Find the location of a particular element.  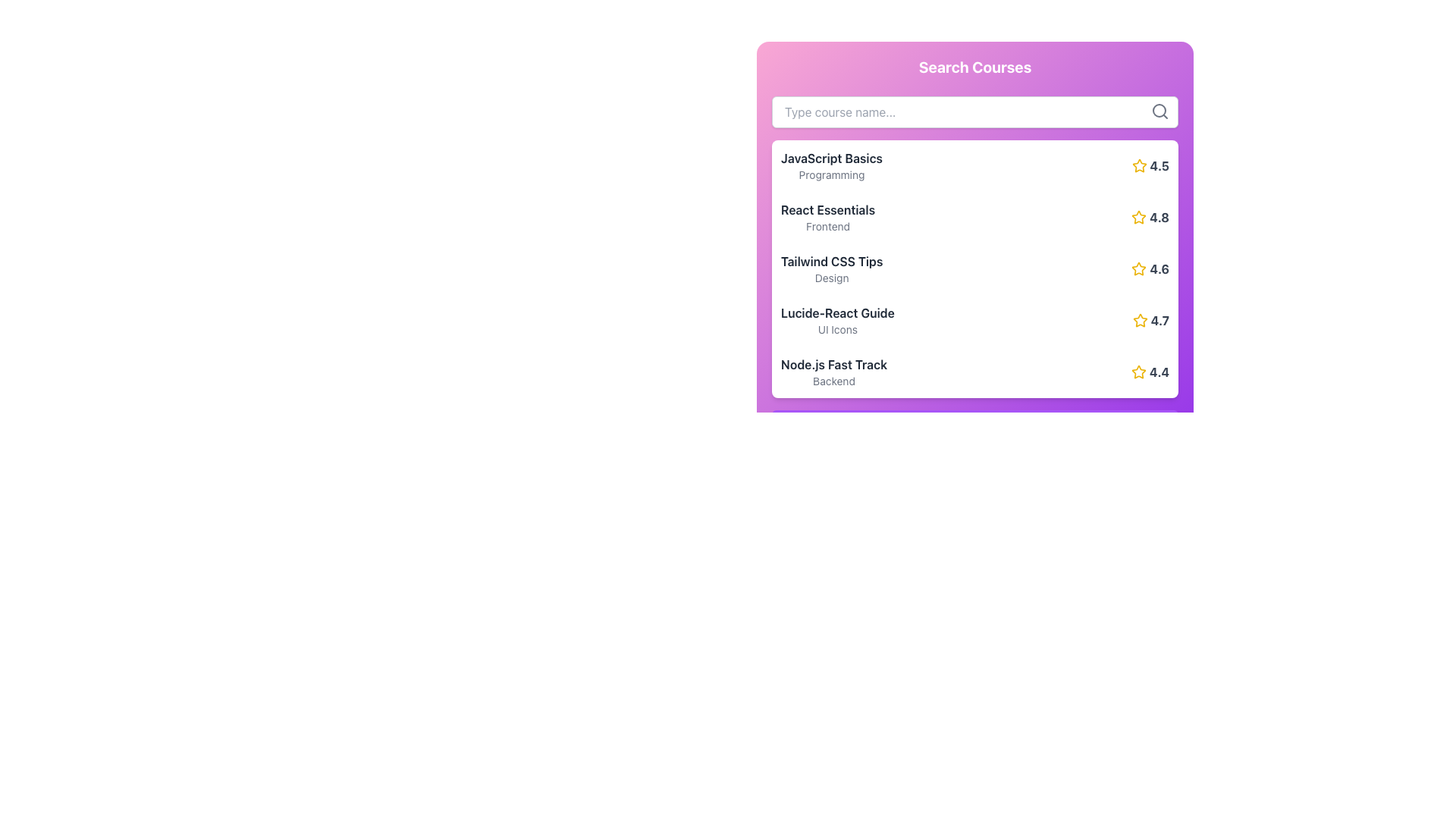

the star icon representing the rating system for the course 'JavaScript Basics', which indicates a rating of '4.5' is located at coordinates (1139, 166).